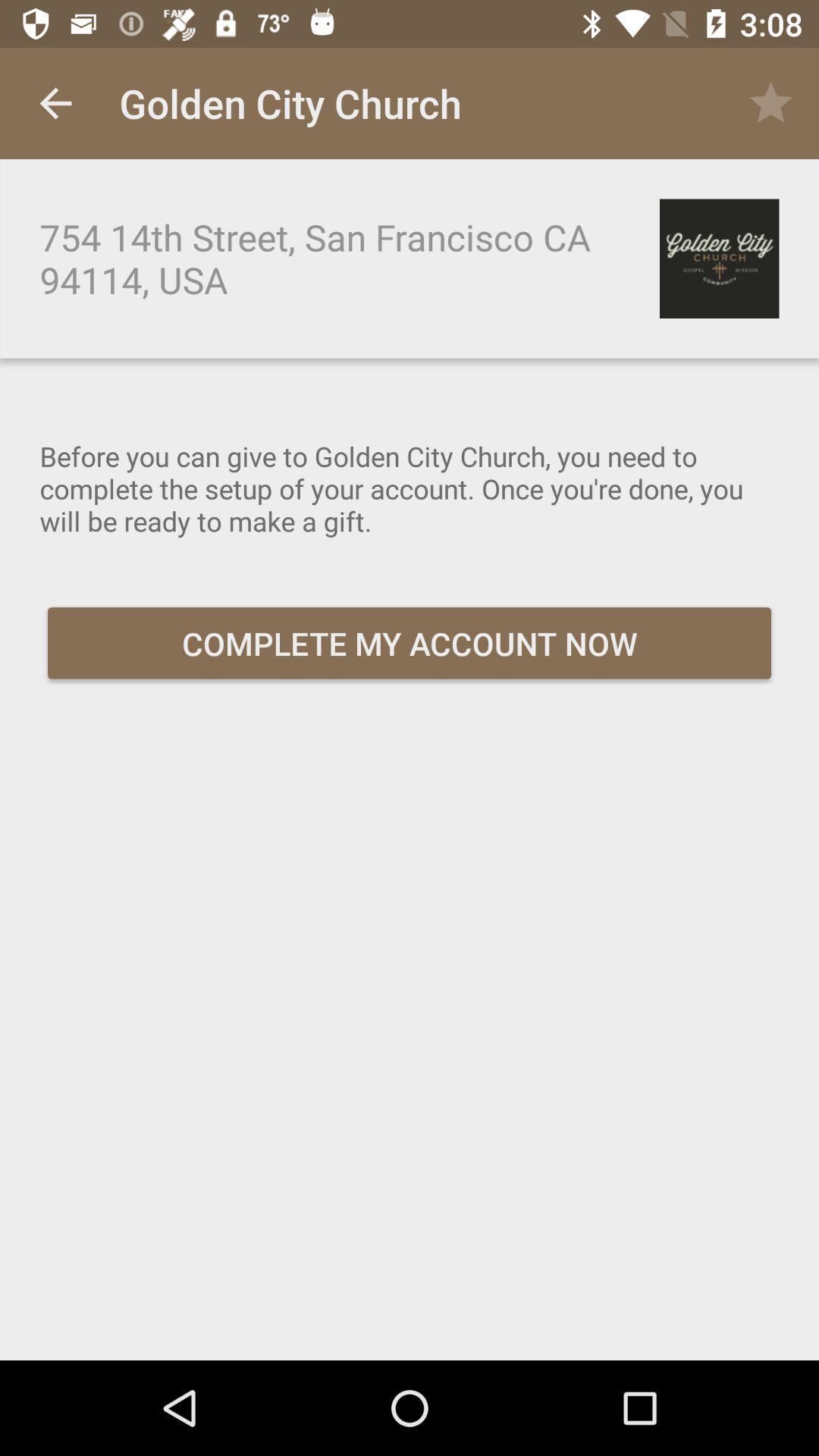  What do you see at coordinates (771, 102) in the screenshot?
I see `icon to the right of golden city church` at bounding box center [771, 102].